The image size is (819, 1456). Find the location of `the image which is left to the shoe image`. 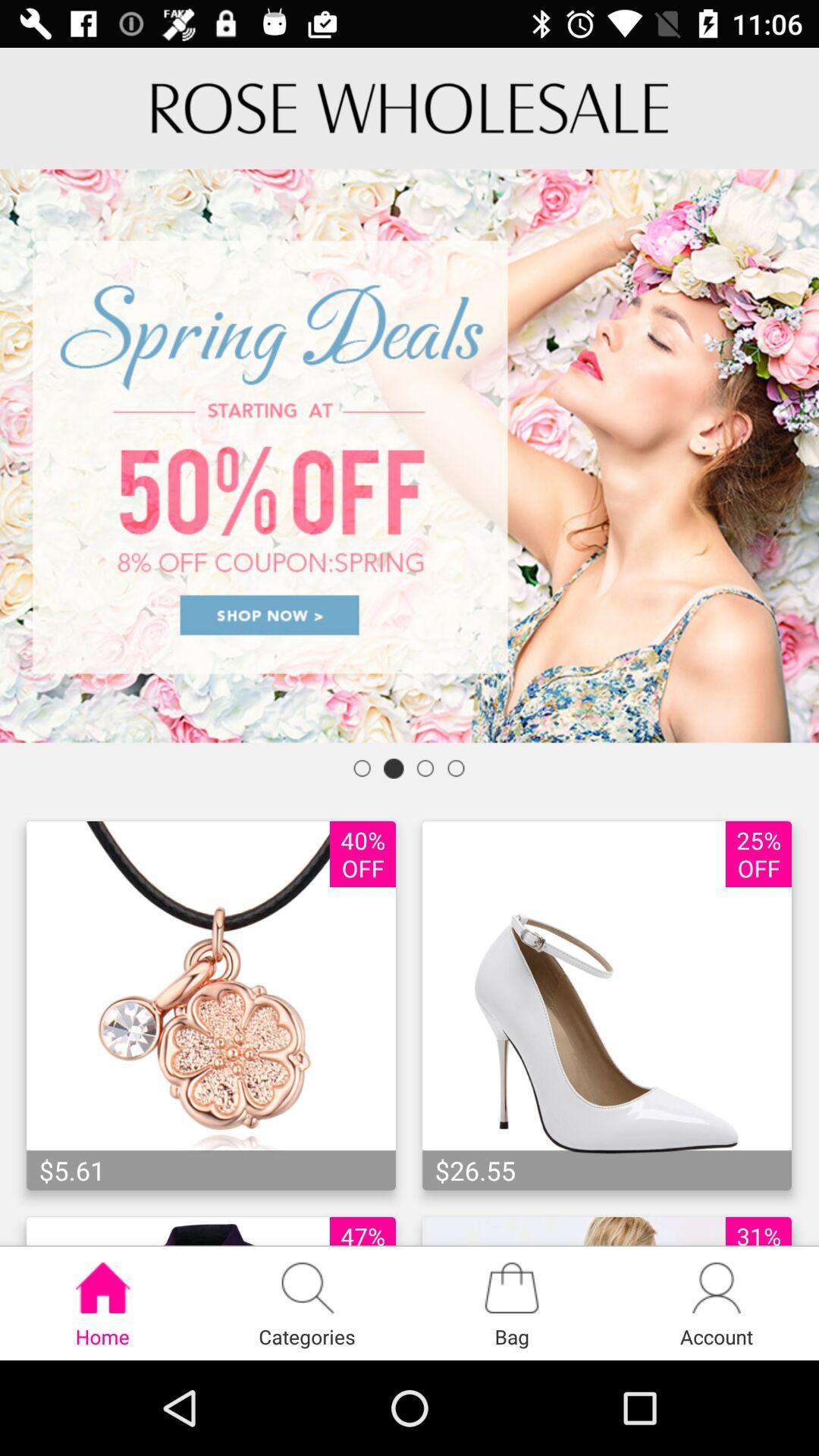

the image which is left to the shoe image is located at coordinates (211, 1006).